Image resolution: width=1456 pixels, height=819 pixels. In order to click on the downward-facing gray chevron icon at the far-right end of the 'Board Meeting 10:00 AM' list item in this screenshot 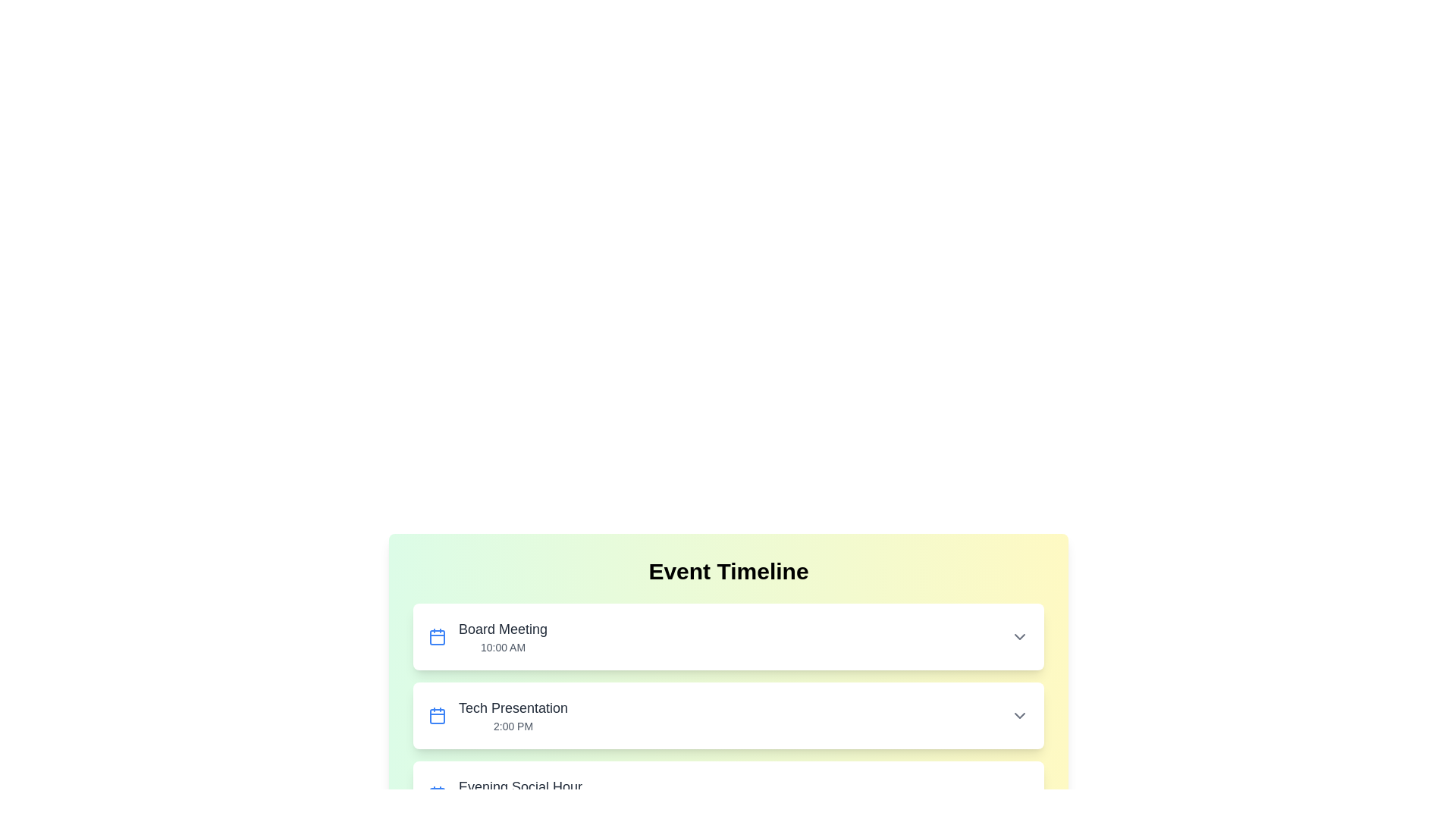, I will do `click(1019, 637)`.